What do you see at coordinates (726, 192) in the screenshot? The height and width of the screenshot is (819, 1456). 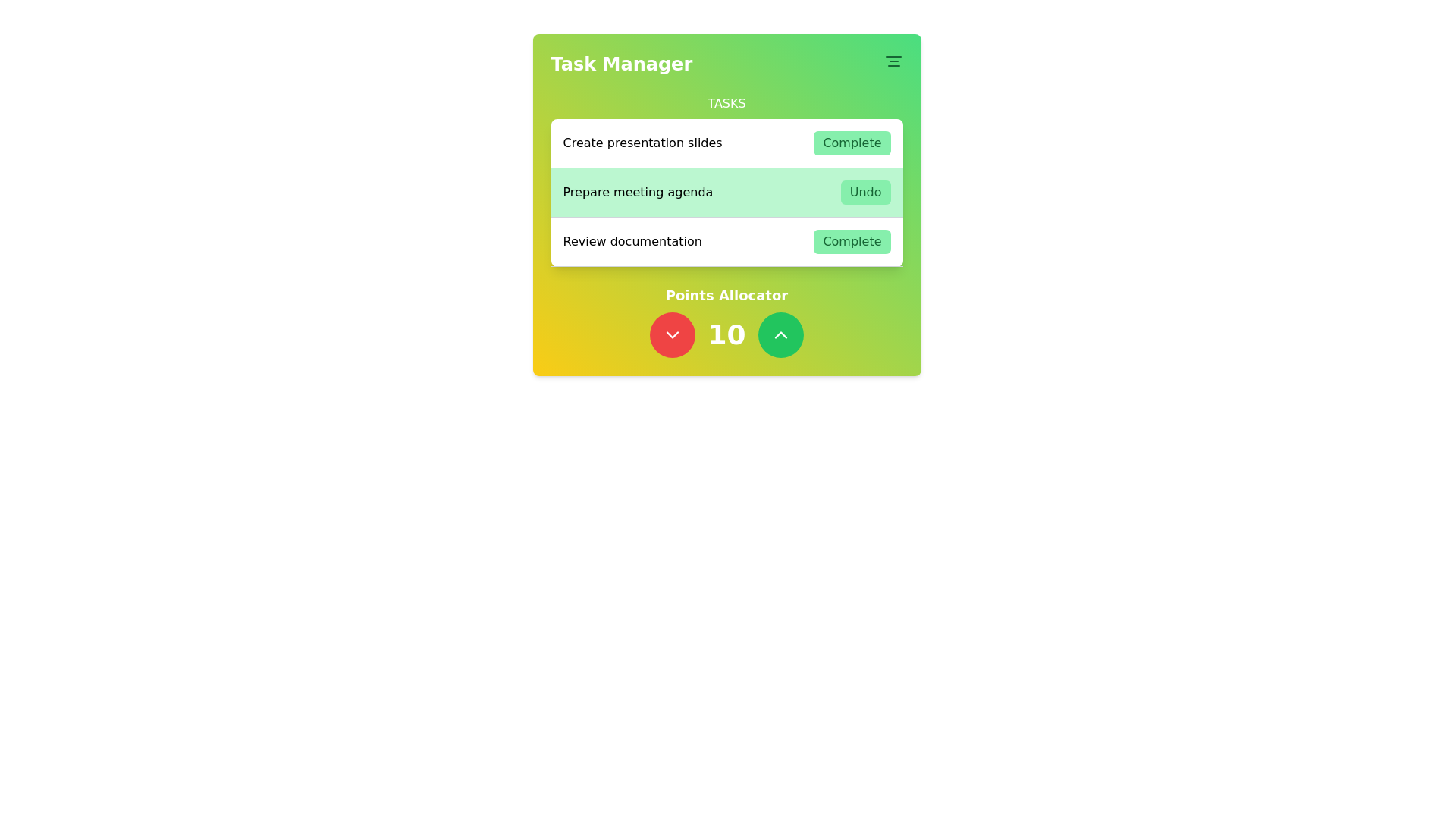 I see `task description for the task item labeled 'Prepare meeting agenda', located in the second row of the task list section with an integrated 'Undo' button` at bounding box center [726, 192].